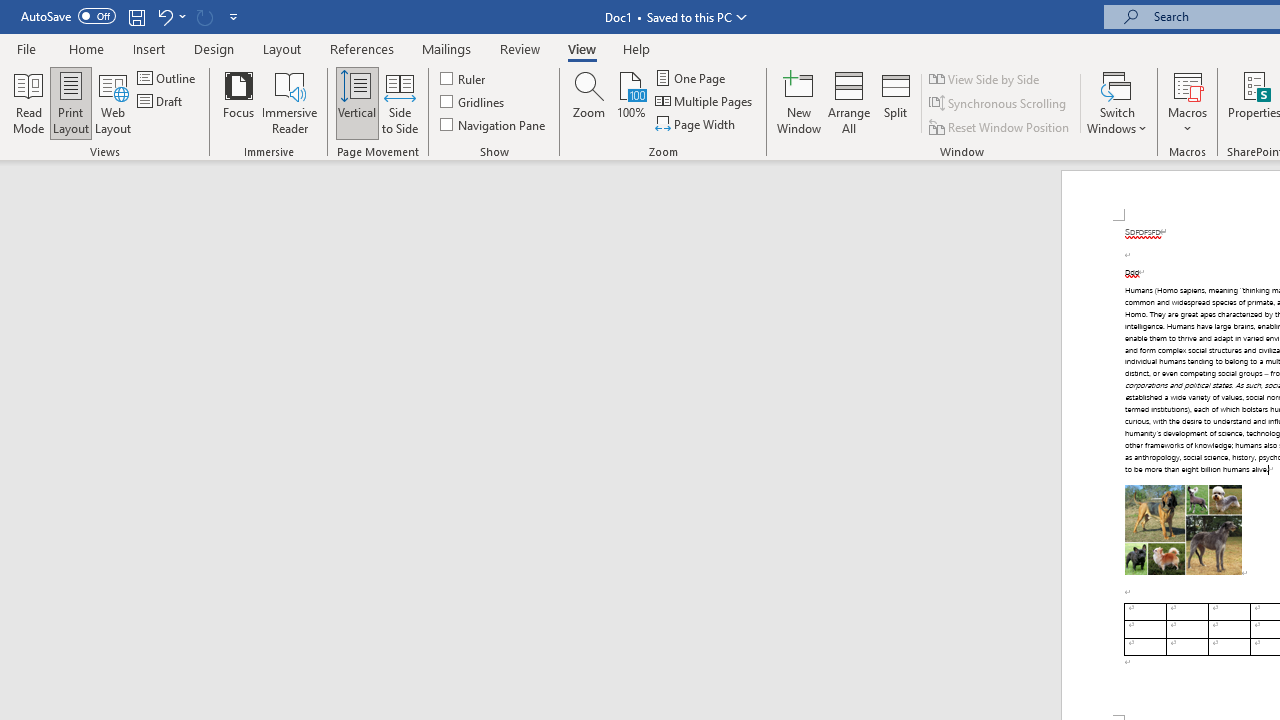 This screenshot has width=1280, height=720. Describe the element at coordinates (999, 103) in the screenshot. I see `'Synchronous Scrolling'` at that location.